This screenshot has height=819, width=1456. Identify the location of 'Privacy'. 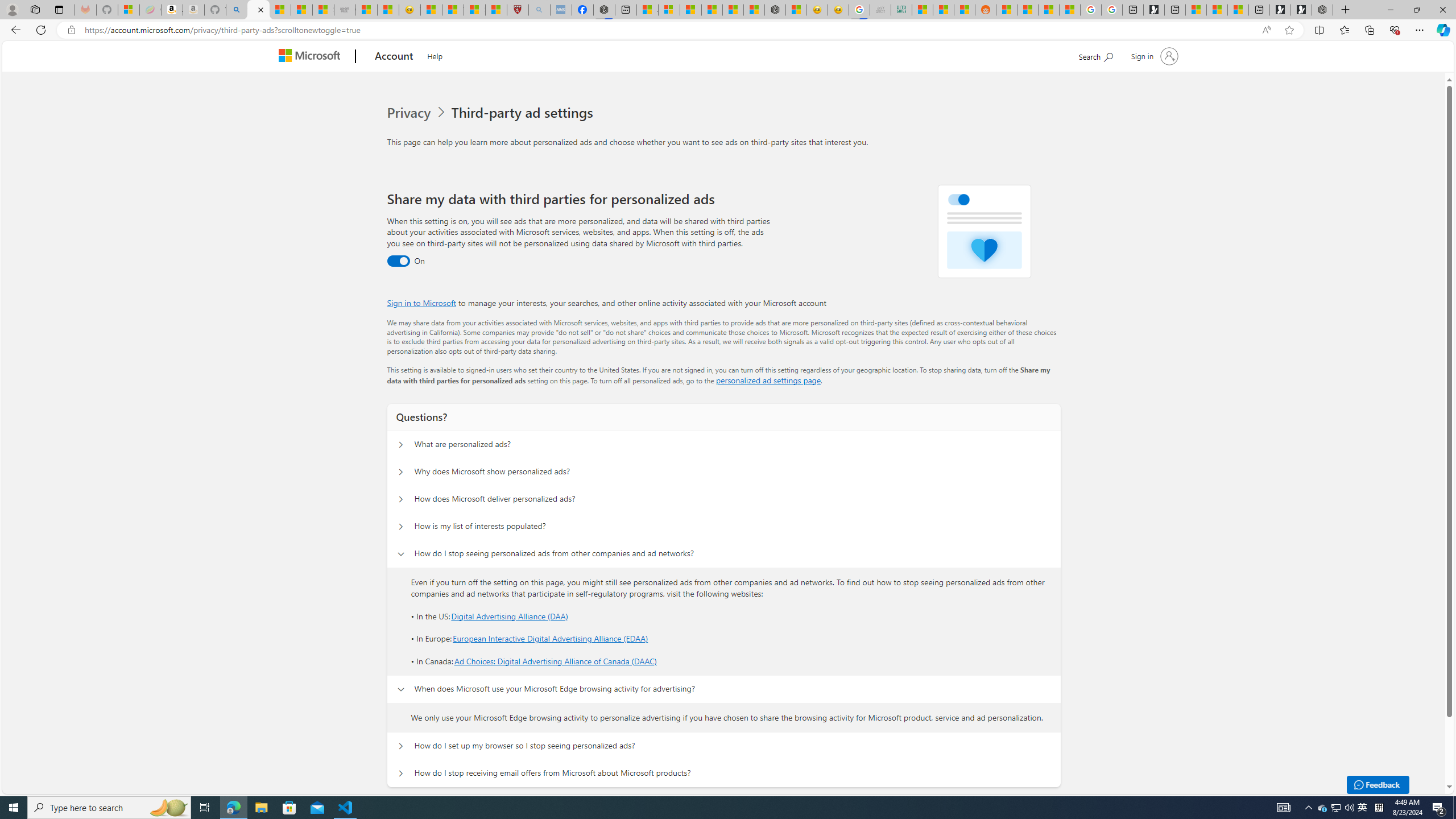
(410, 113).